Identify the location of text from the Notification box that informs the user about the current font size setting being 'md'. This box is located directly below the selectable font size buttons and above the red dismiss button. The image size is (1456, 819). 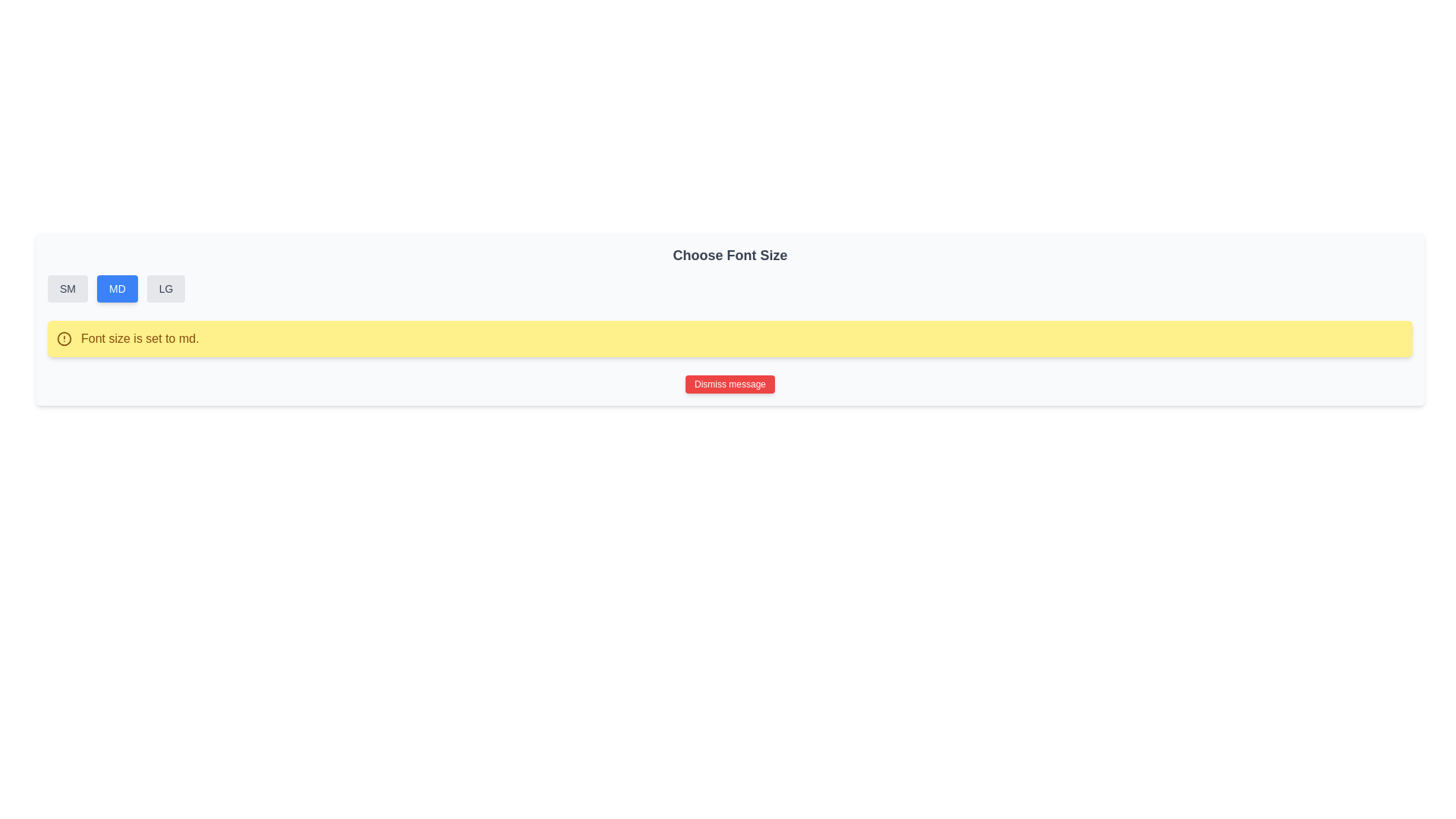
(730, 338).